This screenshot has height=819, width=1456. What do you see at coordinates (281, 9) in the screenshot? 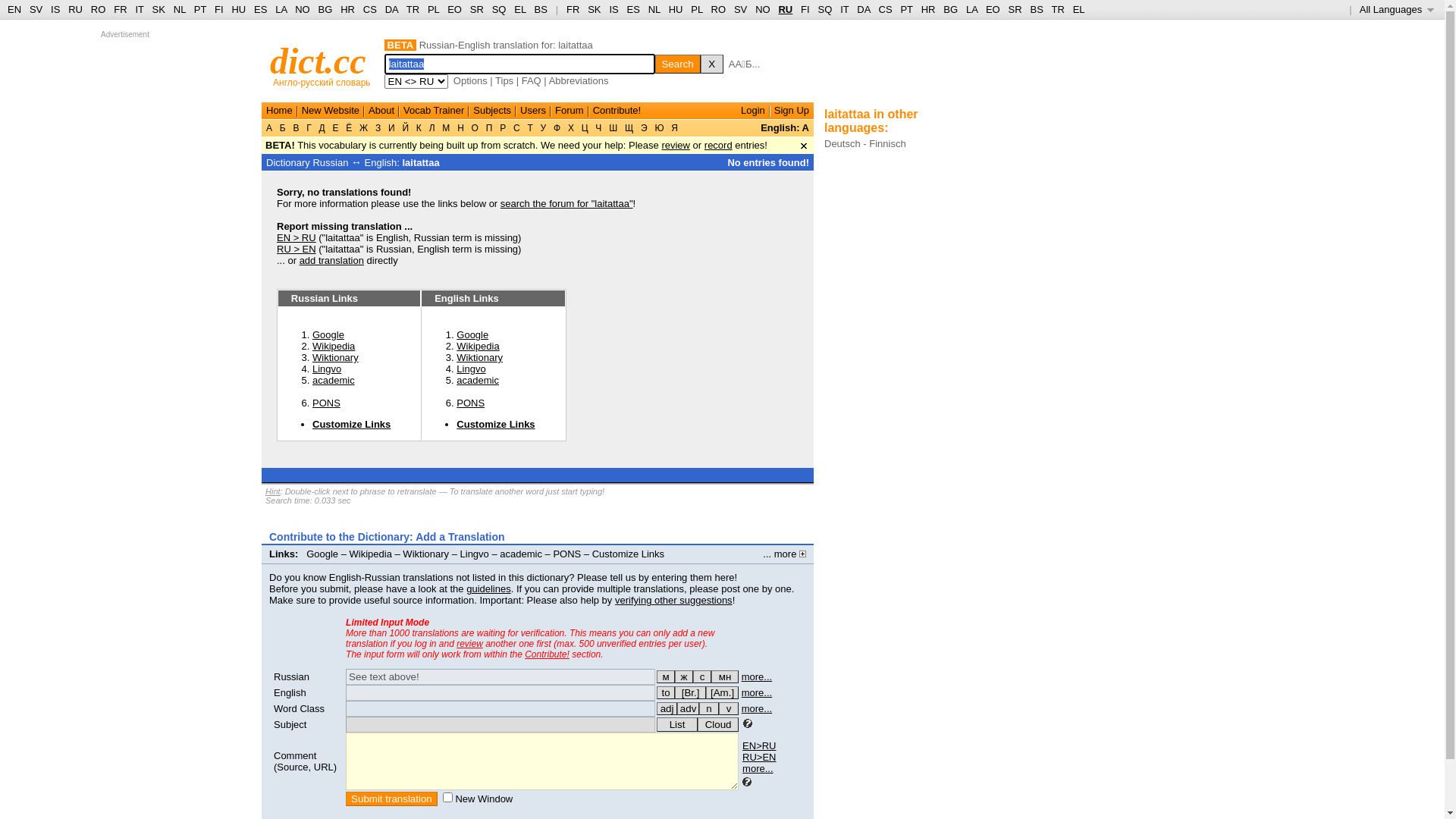
I see `'LA'` at bounding box center [281, 9].